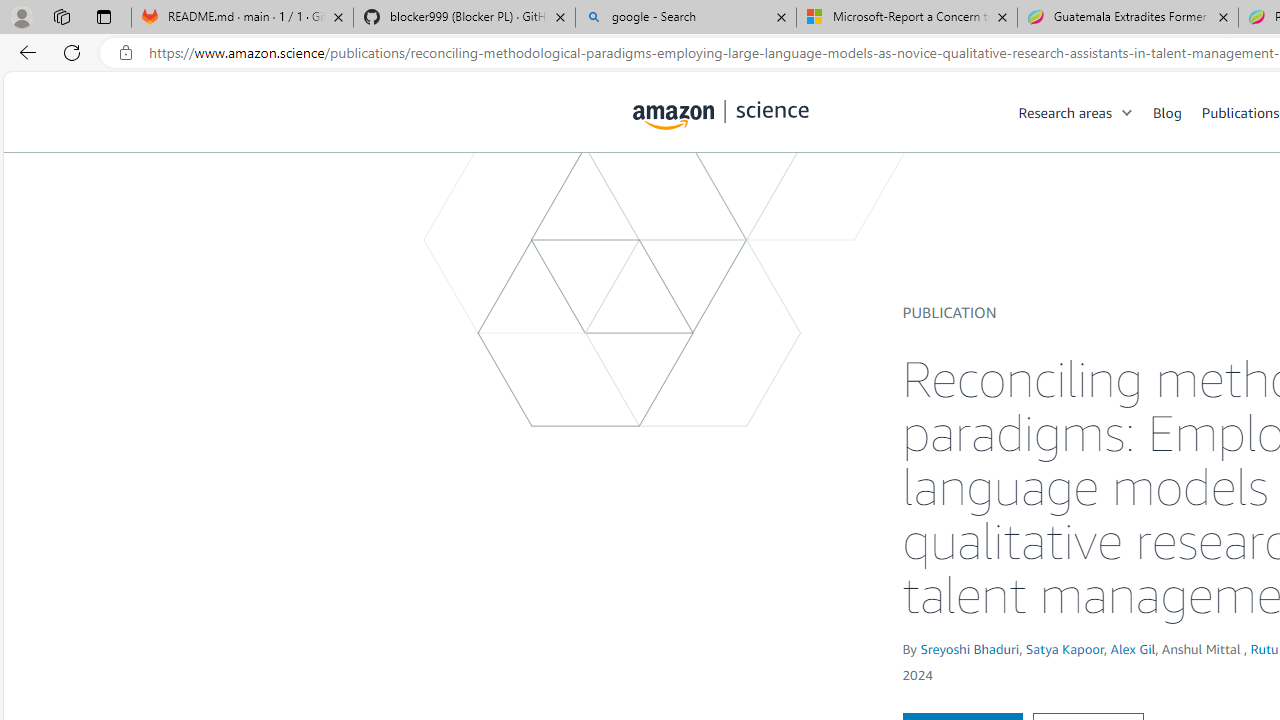  I want to click on 'amazon-science-logo.svg', so click(720, 115).